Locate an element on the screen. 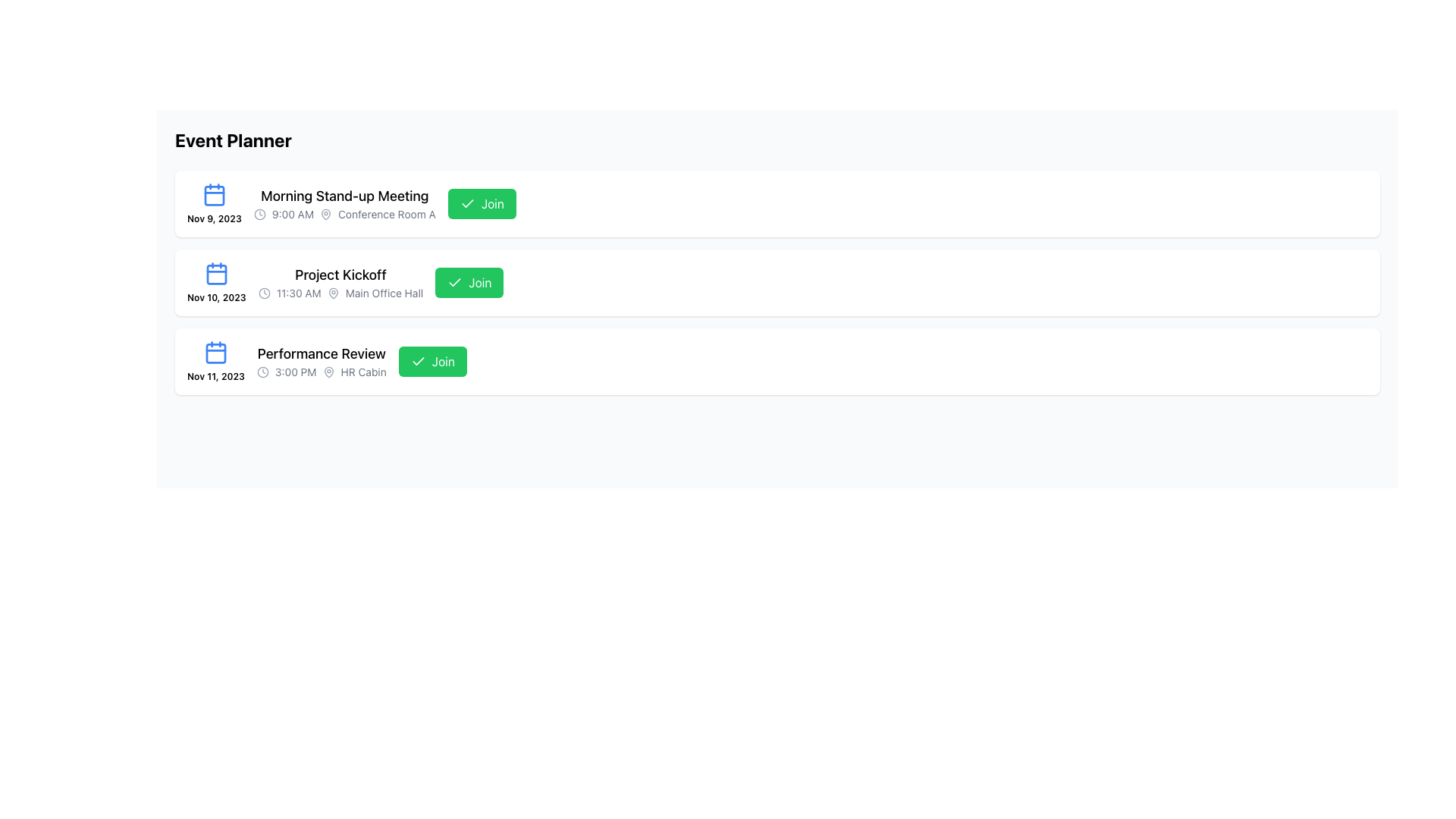  the calendar icon located in the first event block of the 'Event Planner' section, positioned at the top-left corner above the date text is located at coordinates (213, 194).